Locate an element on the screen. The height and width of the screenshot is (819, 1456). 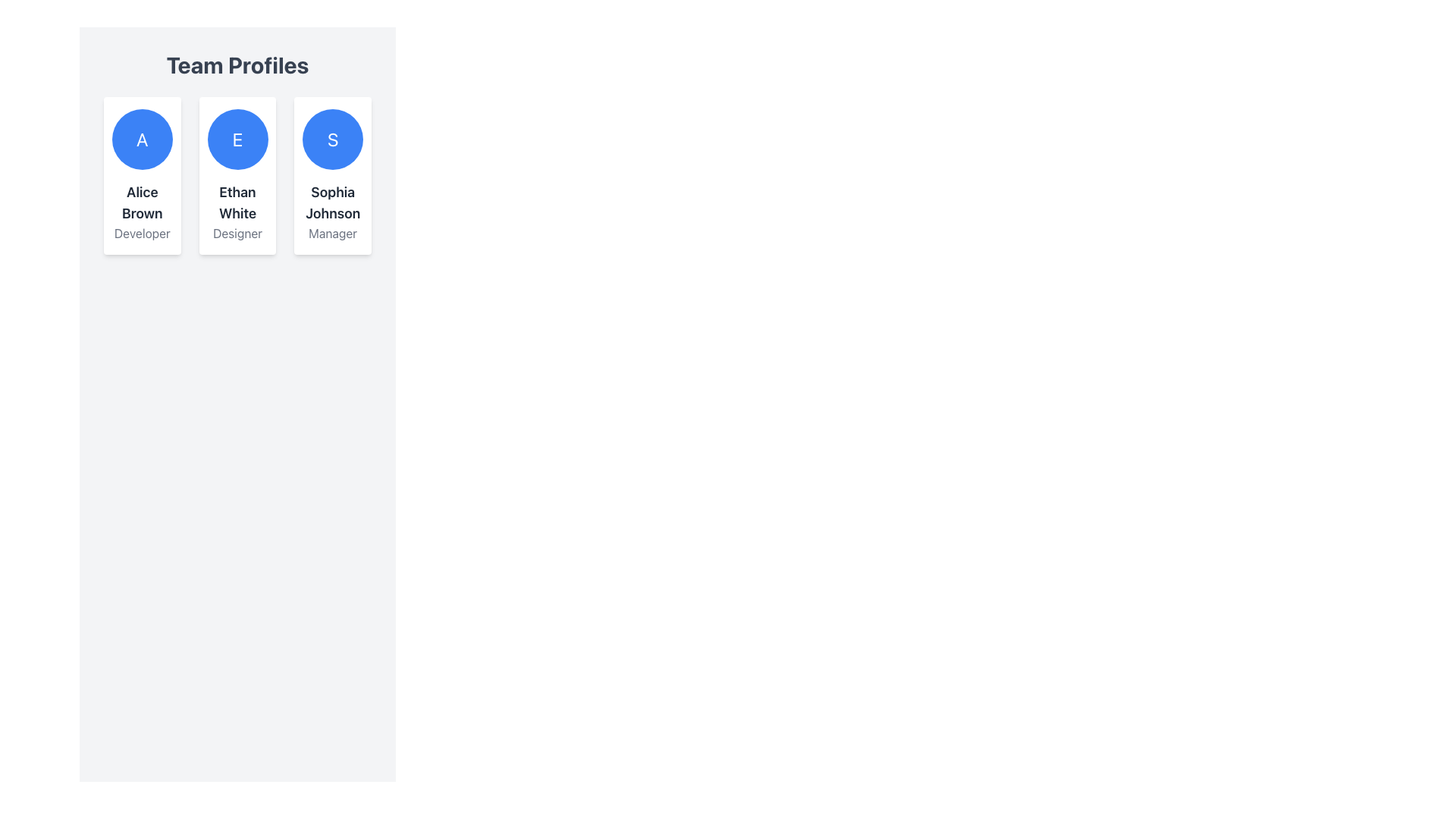
the Text Label indicating the professional designation of Alice Brown in the first profile card is located at coordinates (142, 234).